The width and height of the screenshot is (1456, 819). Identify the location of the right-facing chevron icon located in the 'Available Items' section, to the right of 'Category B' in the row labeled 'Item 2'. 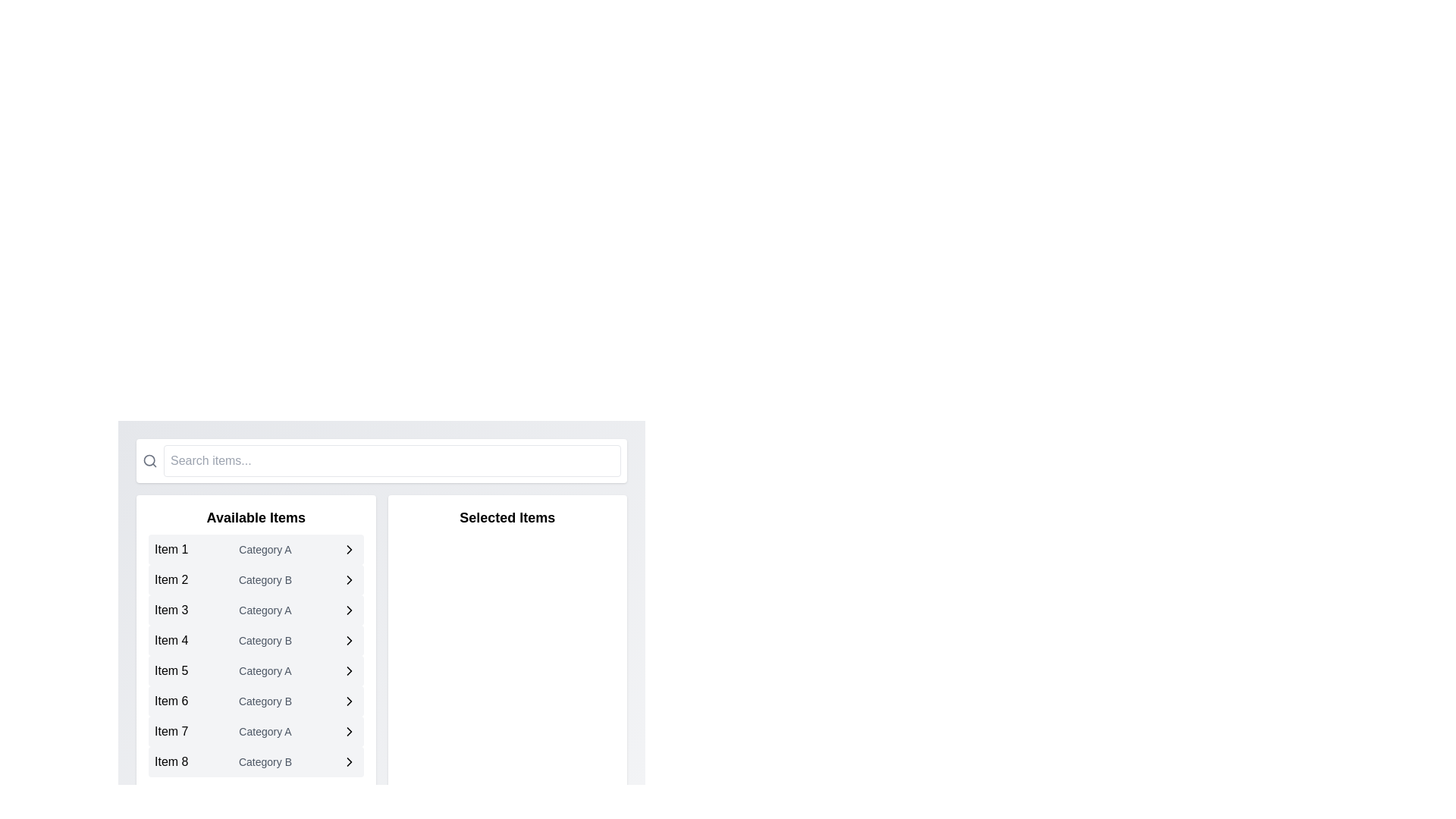
(349, 579).